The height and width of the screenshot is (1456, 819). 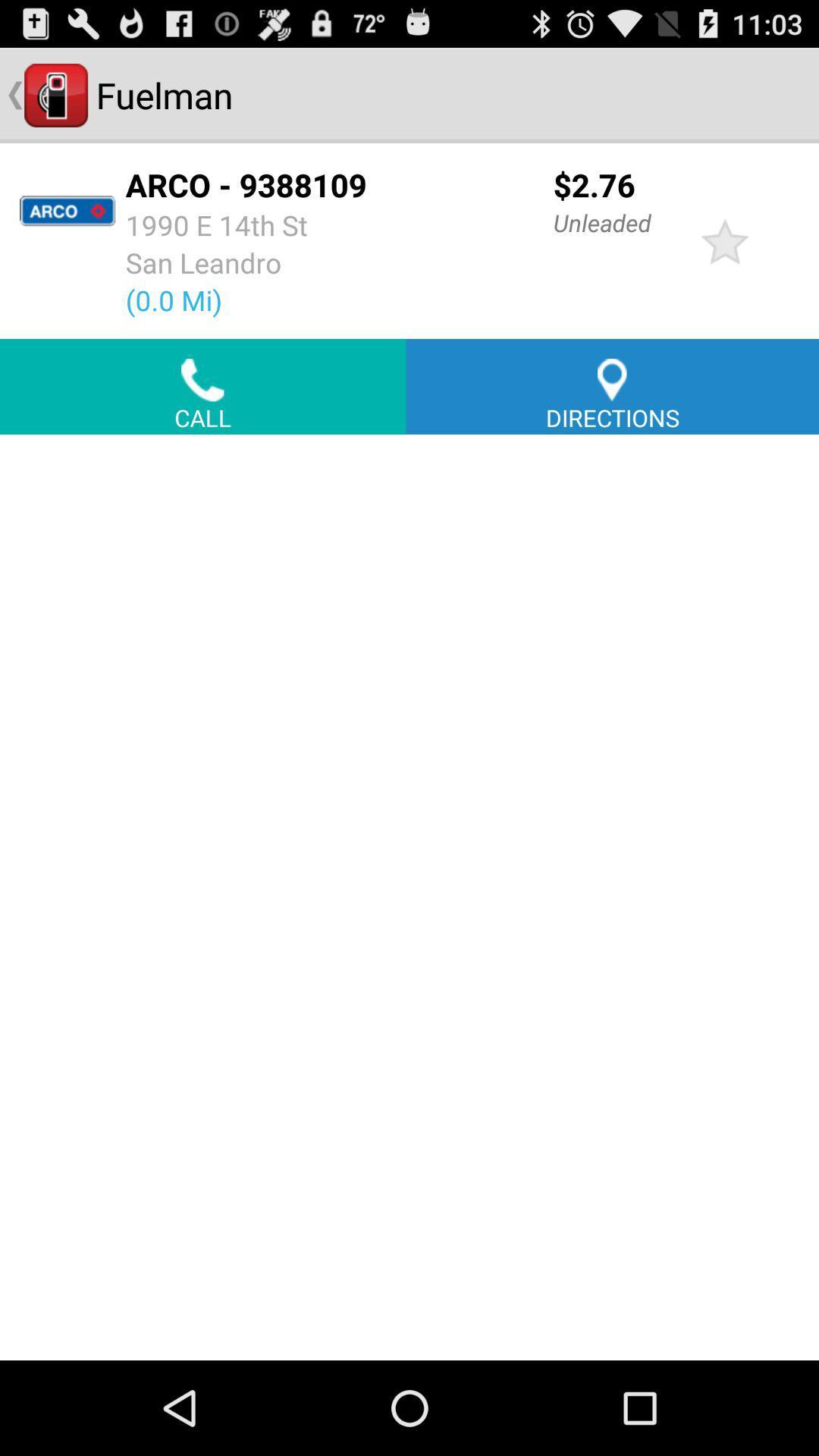 I want to click on mark the location, so click(x=724, y=240).